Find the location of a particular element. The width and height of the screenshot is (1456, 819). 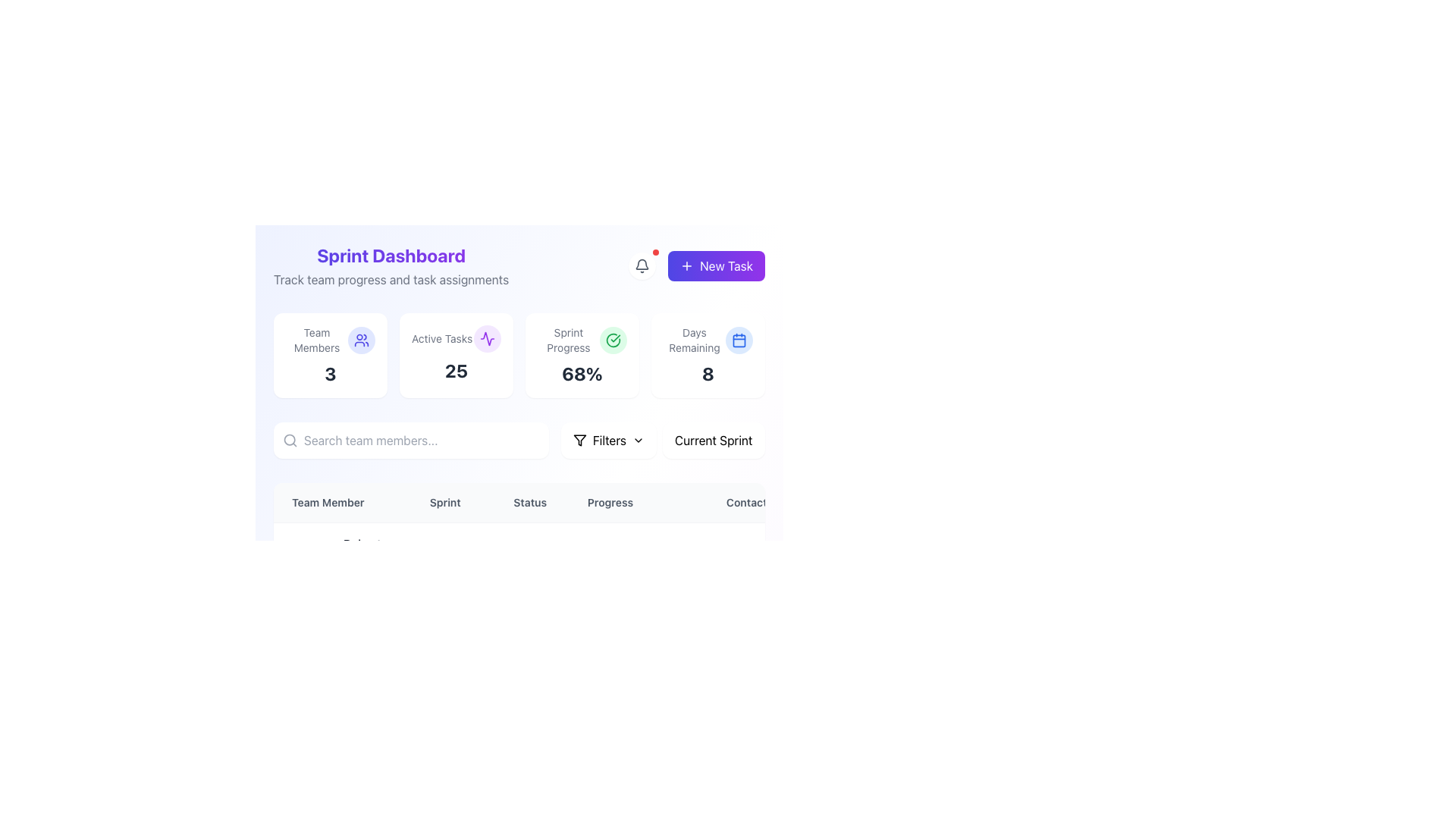

numerical count of team members indicated by the text label located centrally within the bottom section of the 'Team Members' card is located at coordinates (330, 374).